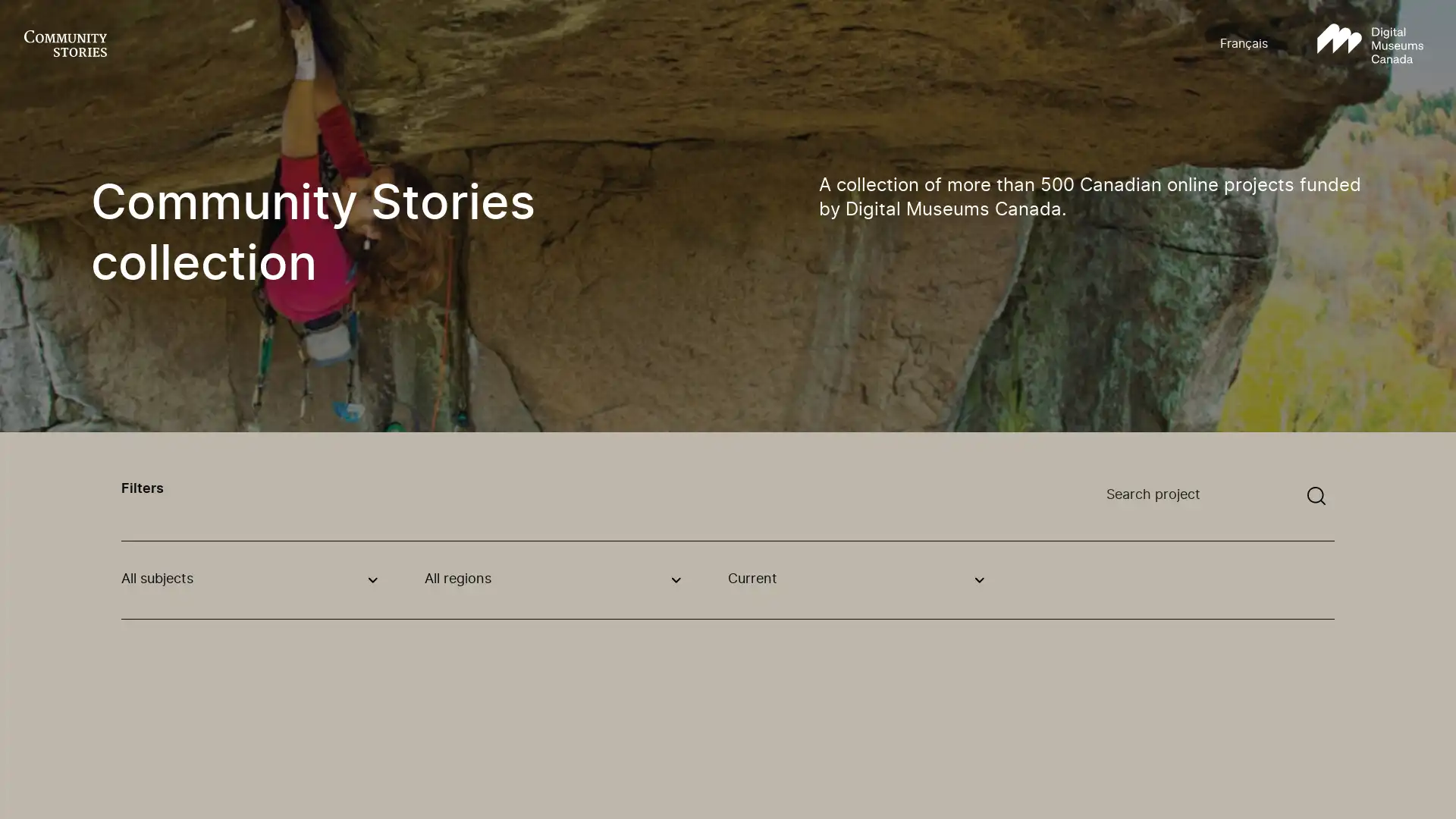 This screenshot has height=819, width=1456. I want to click on Go to Digital Museums Canada website, so click(1370, 43).